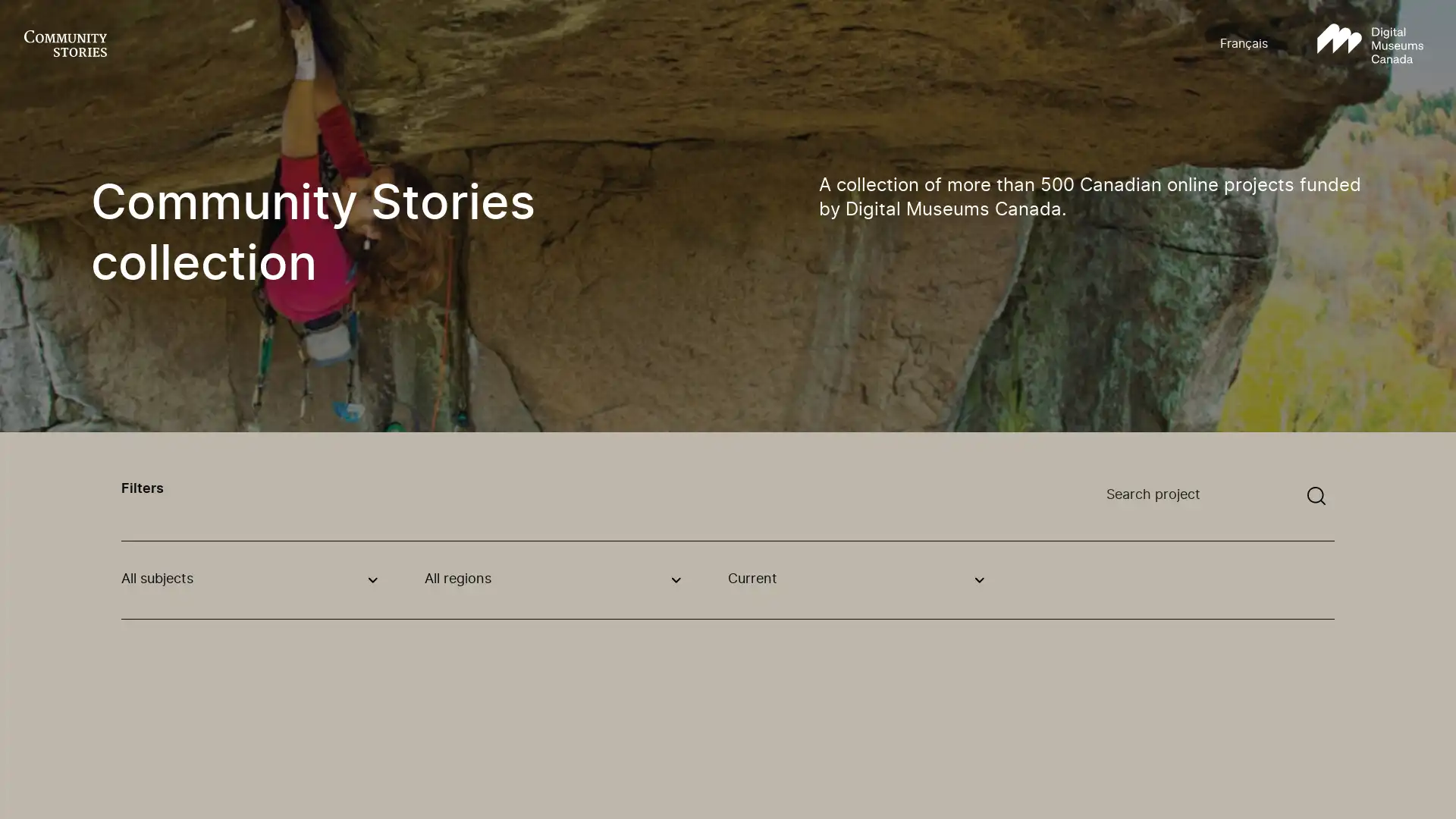 This screenshot has height=819, width=1456. I want to click on Go to Digital Museums Canada website, so click(1370, 43).